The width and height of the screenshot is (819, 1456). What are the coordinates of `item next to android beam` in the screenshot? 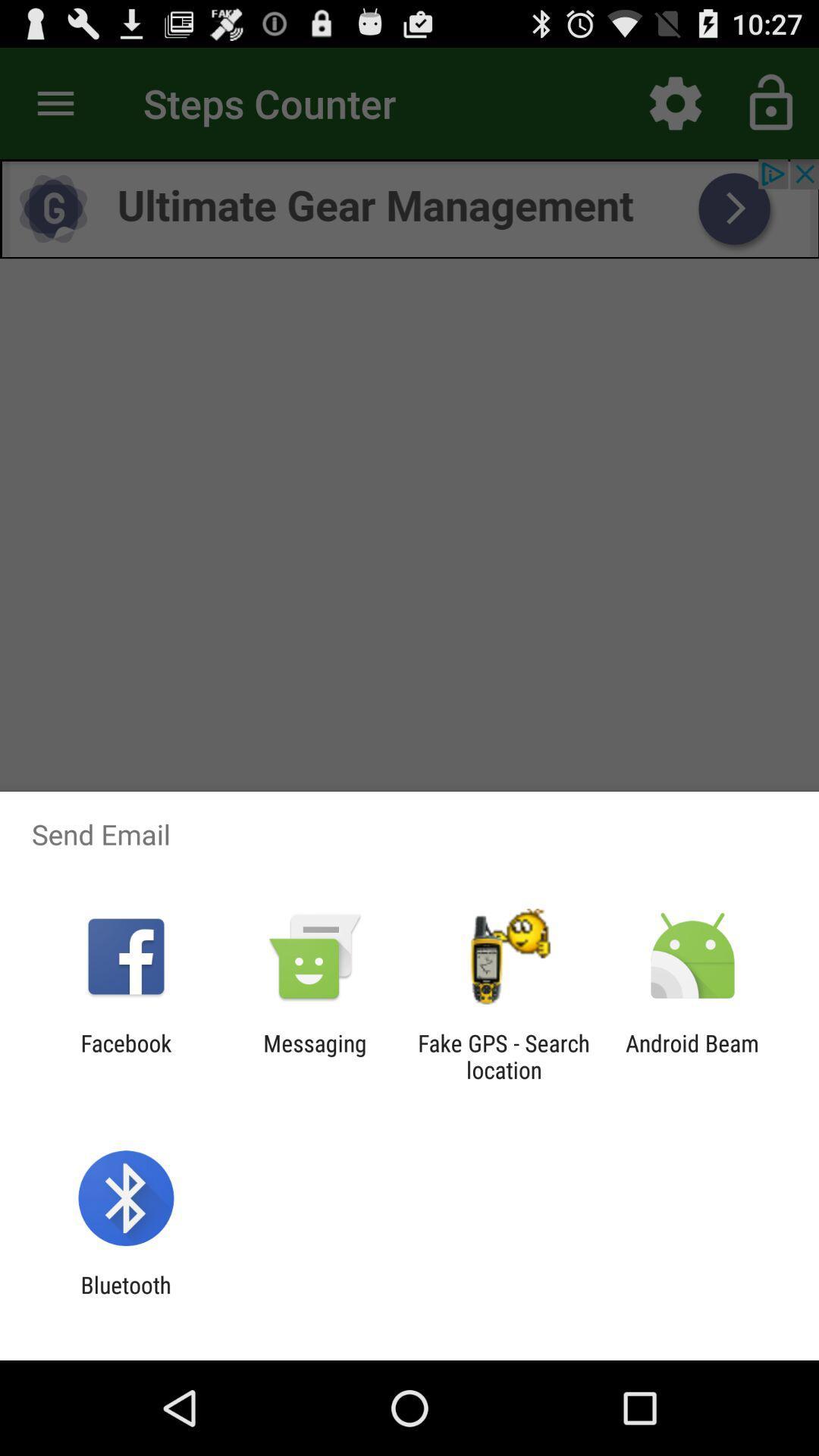 It's located at (504, 1056).